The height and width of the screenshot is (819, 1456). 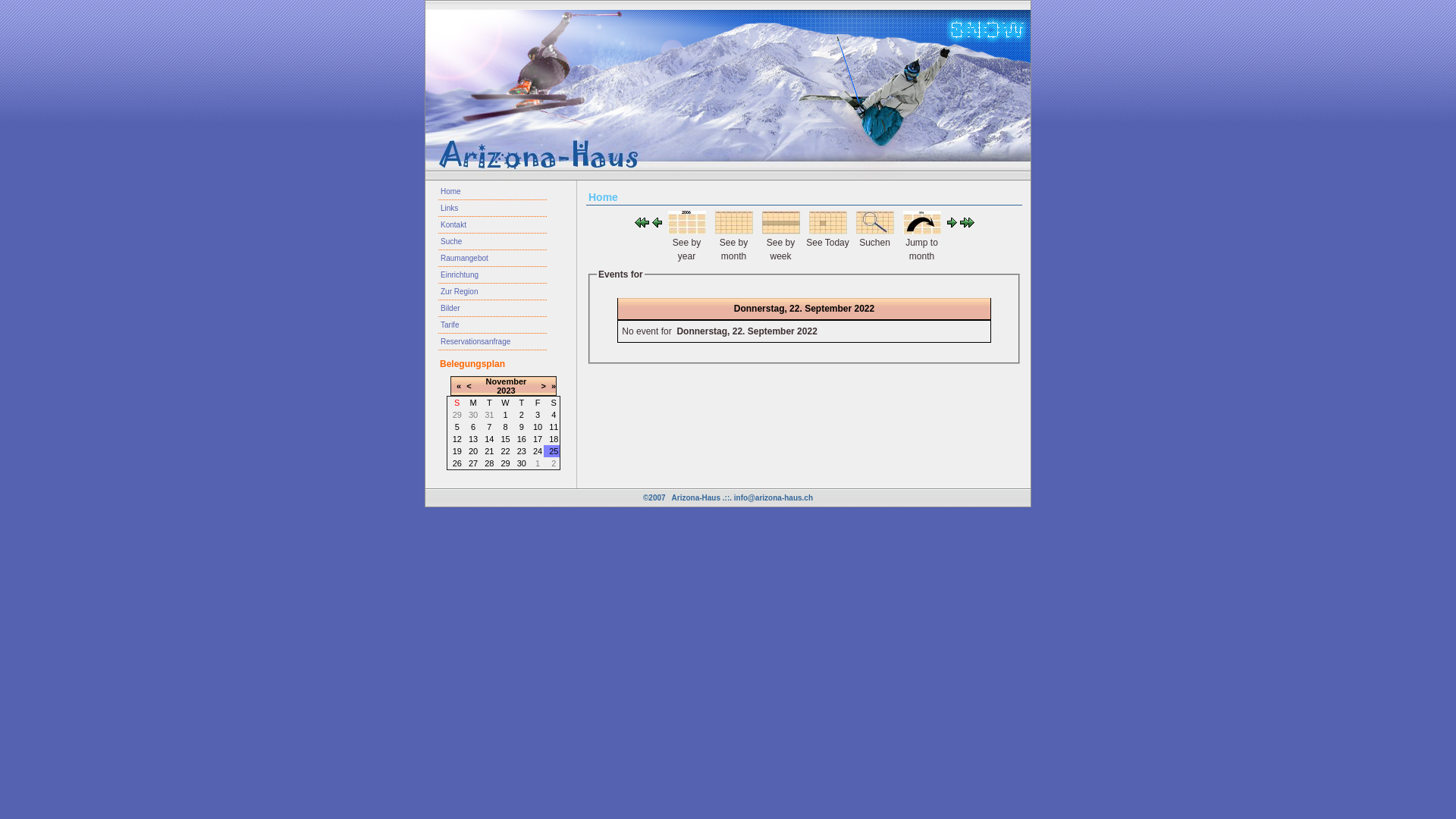 What do you see at coordinates (826, 231) in the screenshot?
I see `'See Today'` at bounding box center [826, 231].